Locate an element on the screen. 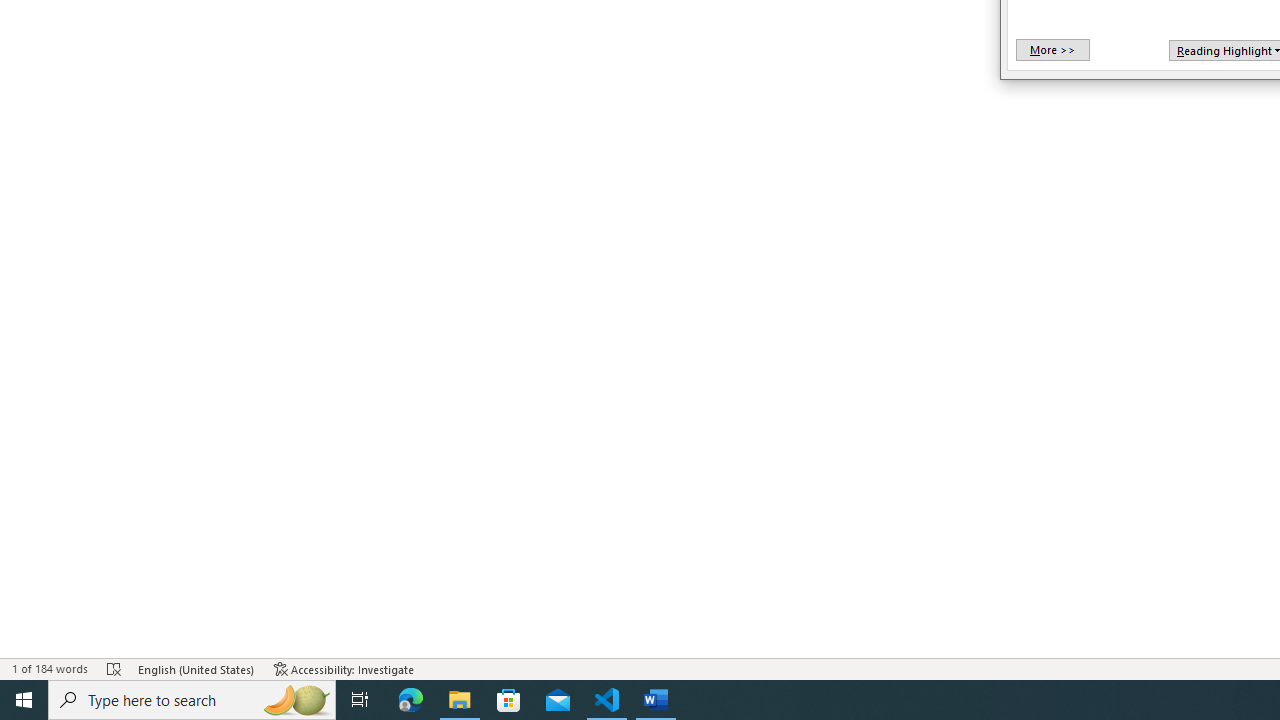 The width and height of the screenshot is (1280, 720). 'Word Count 1 of 184 words' is located at coordinates (49, 669).